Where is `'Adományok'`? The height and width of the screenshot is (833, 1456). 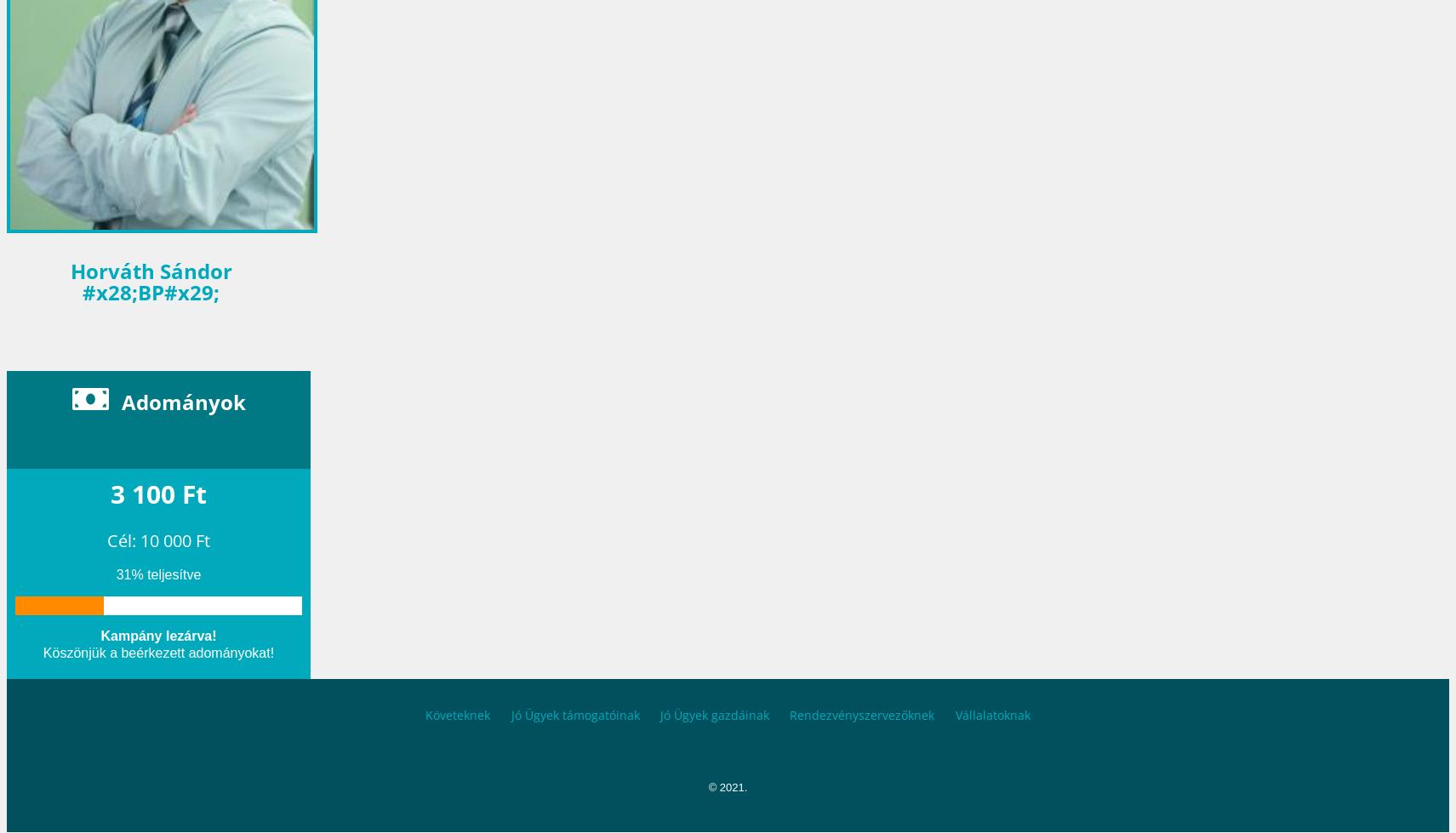 'Adományok' is located at coordinates (182, 401).